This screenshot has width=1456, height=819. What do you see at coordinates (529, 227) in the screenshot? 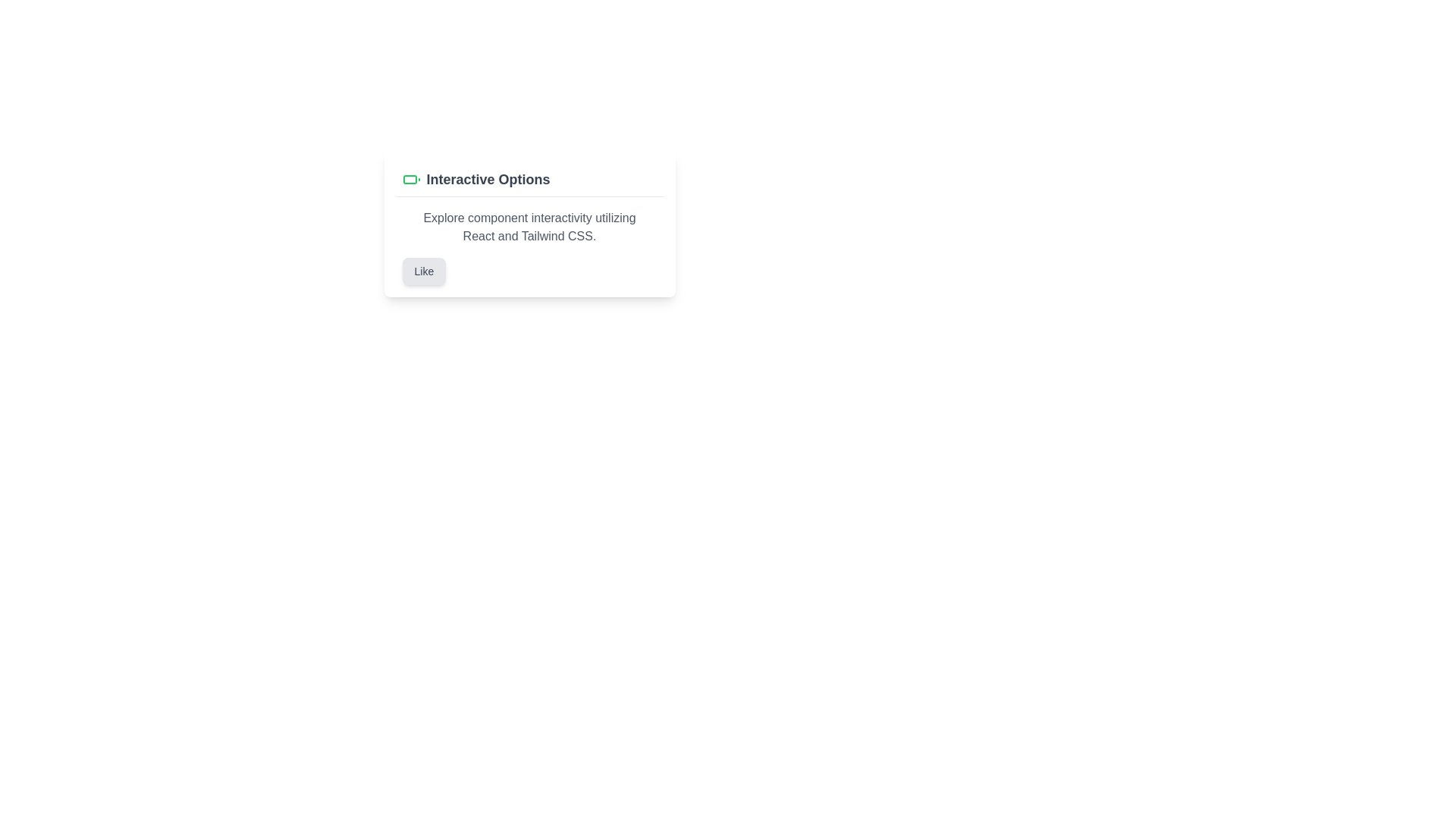
I see `the static text block that provides insight or instructions about the interactive options available, located below the 'Interactive Options' heading and above the 'Like' button` at bounding box center [529, 227].